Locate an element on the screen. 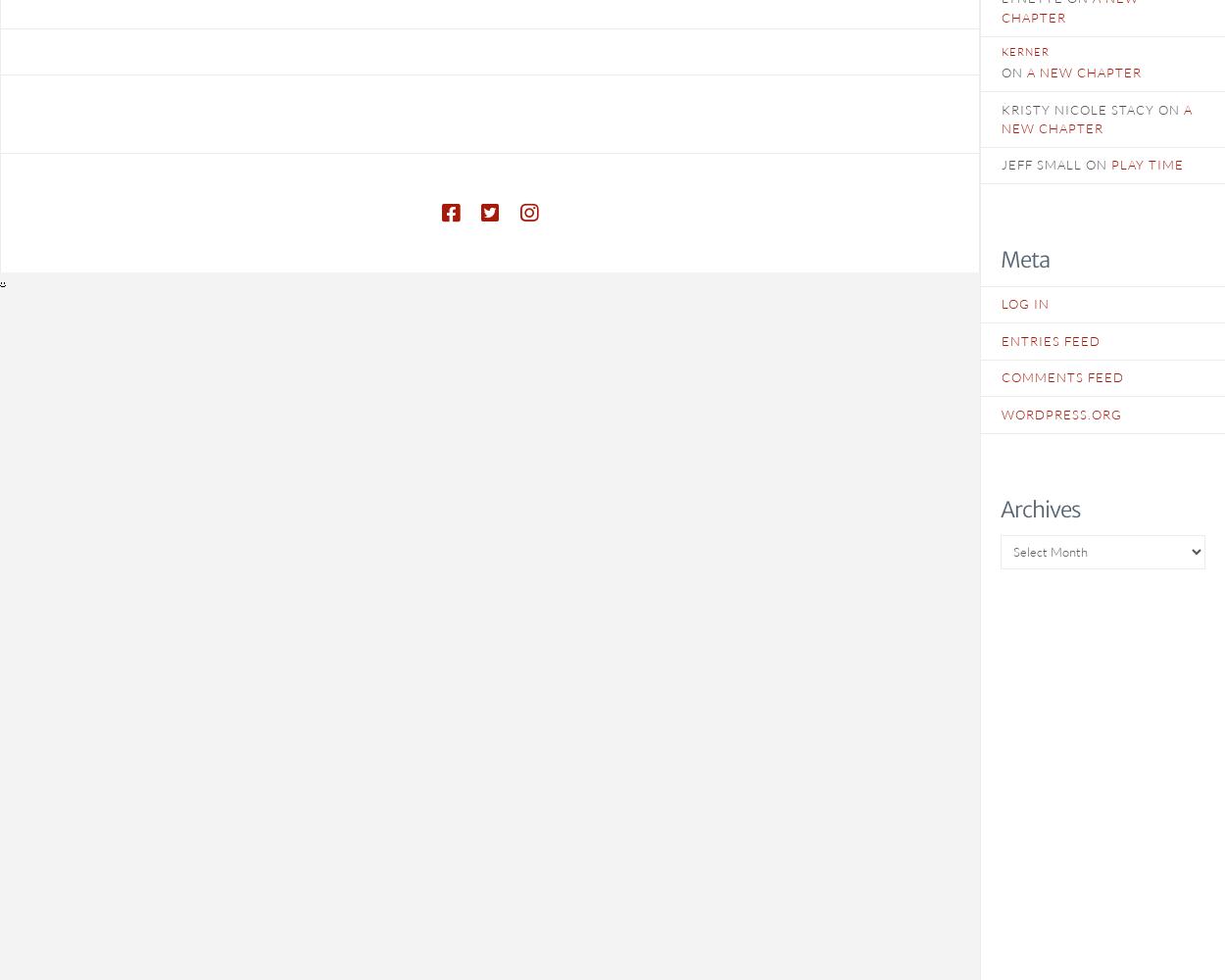  'Comments feed' is located at coordinates (1061, 377).